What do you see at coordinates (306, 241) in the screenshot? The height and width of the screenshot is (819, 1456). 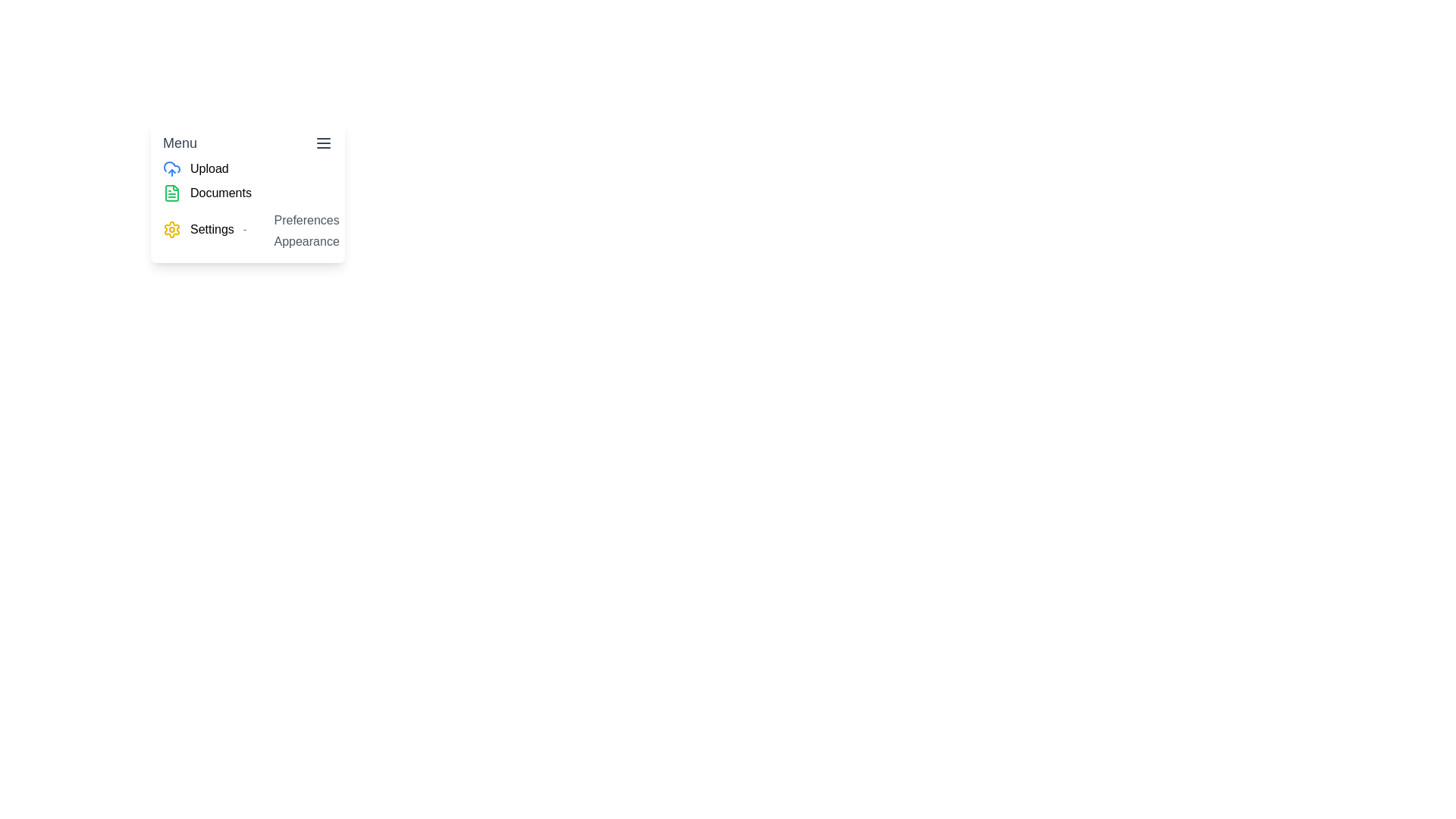 I see `the second item in the drop-down menu directly beneath 'Preferences', which serves as a descriptive menu item or link to 'Appearance' settings` at bounding box center [306, 241].